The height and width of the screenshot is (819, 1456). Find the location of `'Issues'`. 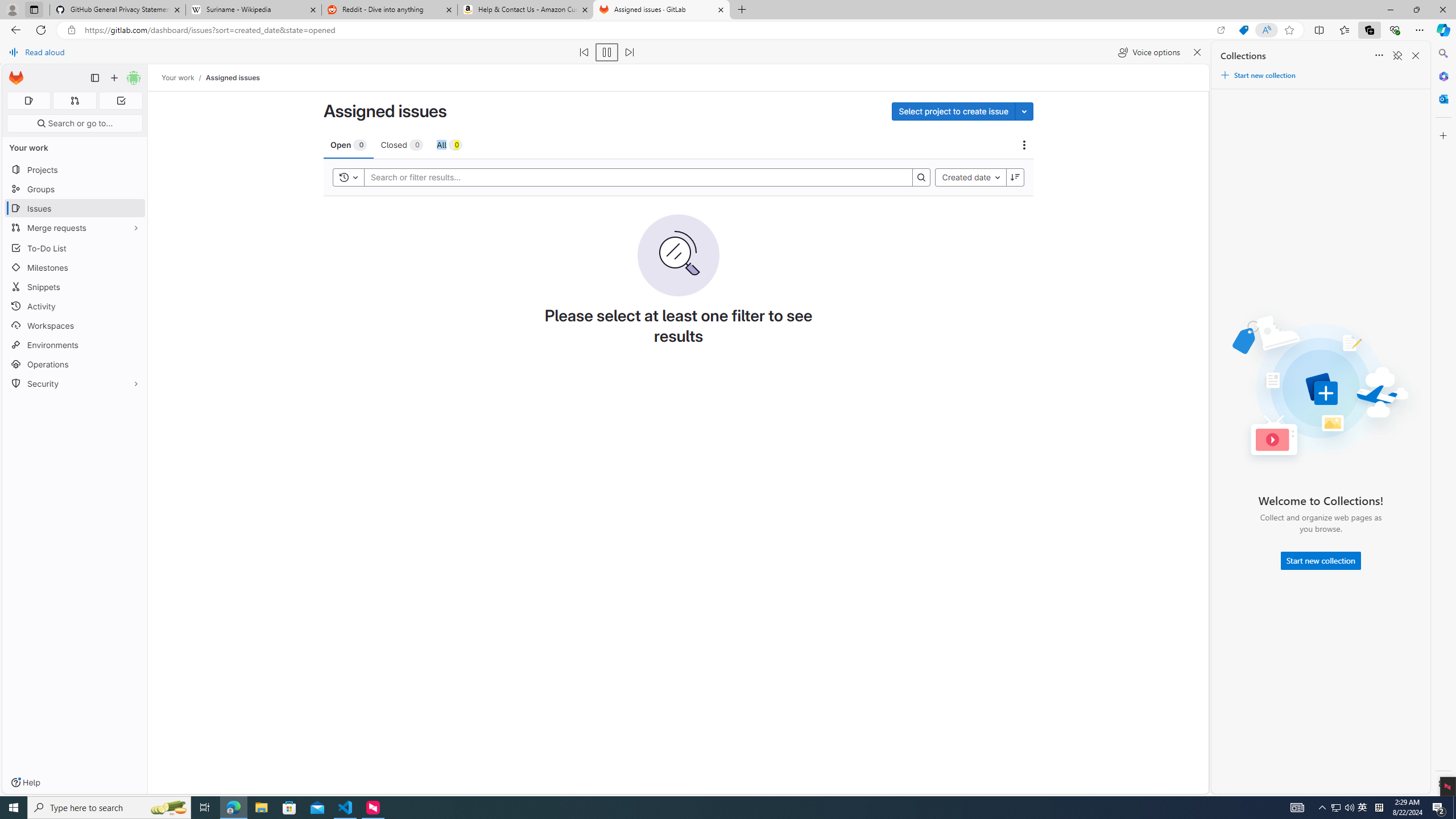

'Issues' is located at coordinates (74, 208).